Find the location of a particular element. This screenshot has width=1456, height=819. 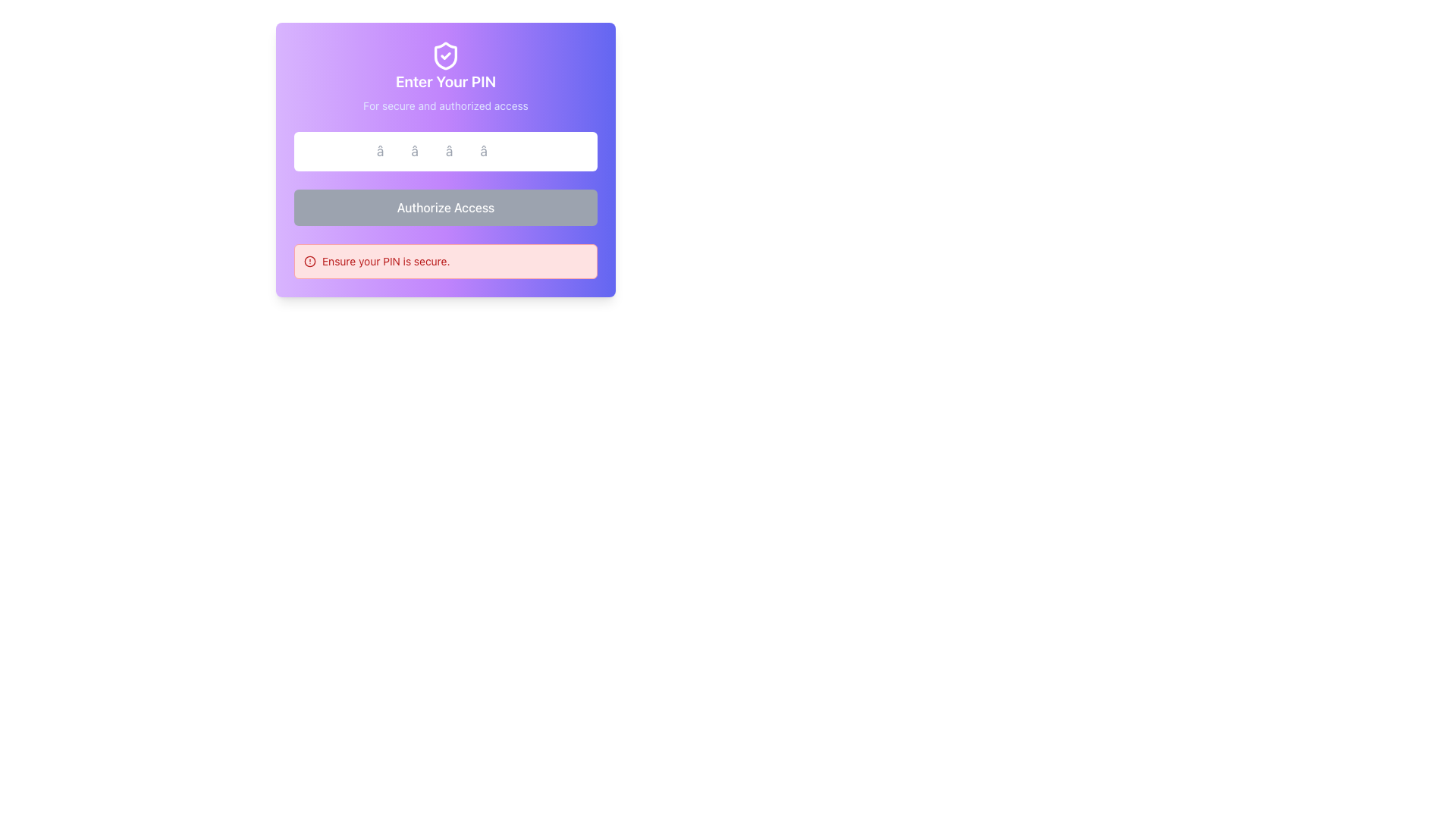

the informational content block that serves as an instructional header for the PIN entry section, positioned at the top of the gradient card interface is located at coordinates (445, 77).